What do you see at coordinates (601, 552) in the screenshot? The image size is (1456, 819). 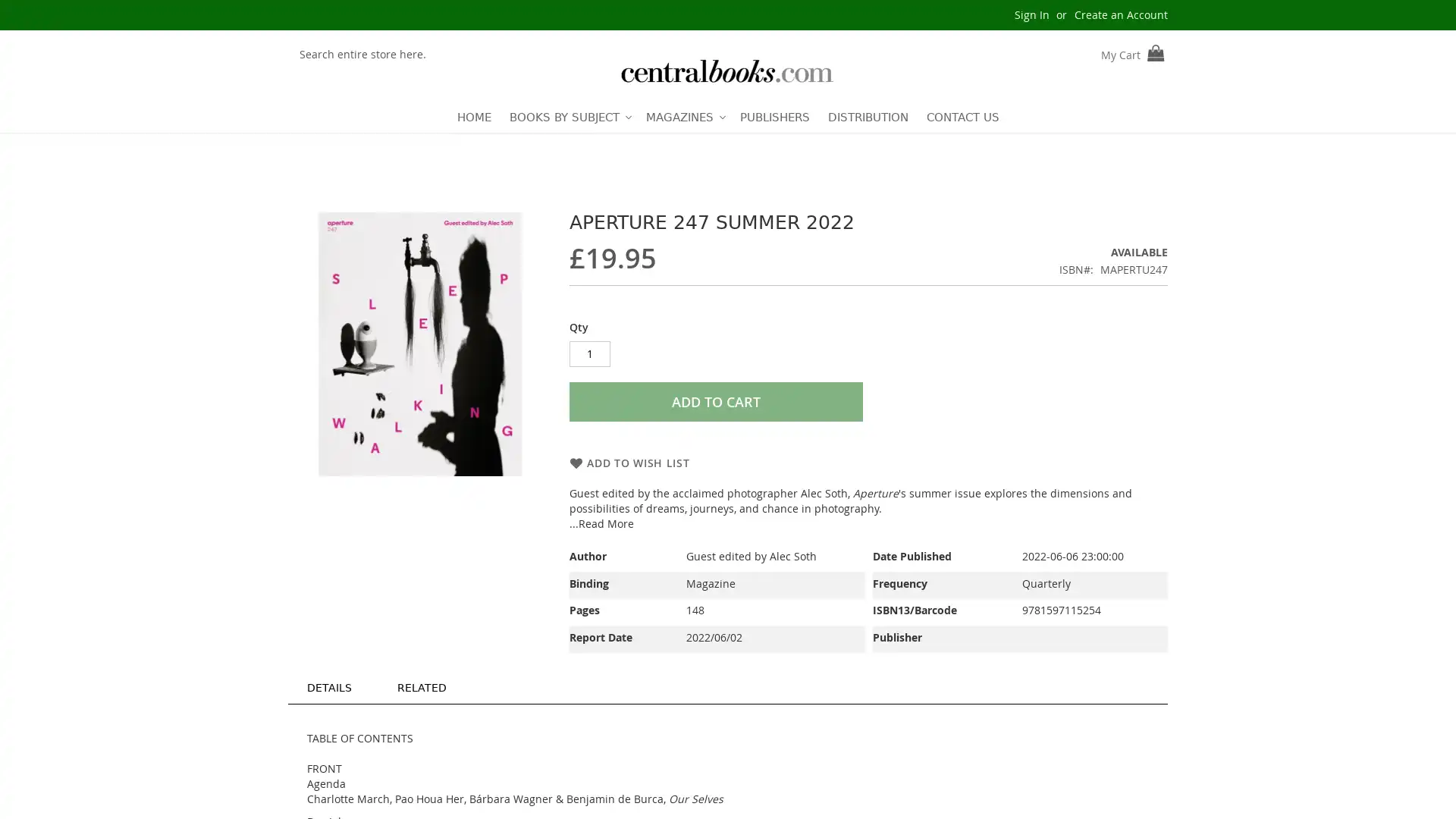 I see `...Read More` at bounding box center [601, 552].